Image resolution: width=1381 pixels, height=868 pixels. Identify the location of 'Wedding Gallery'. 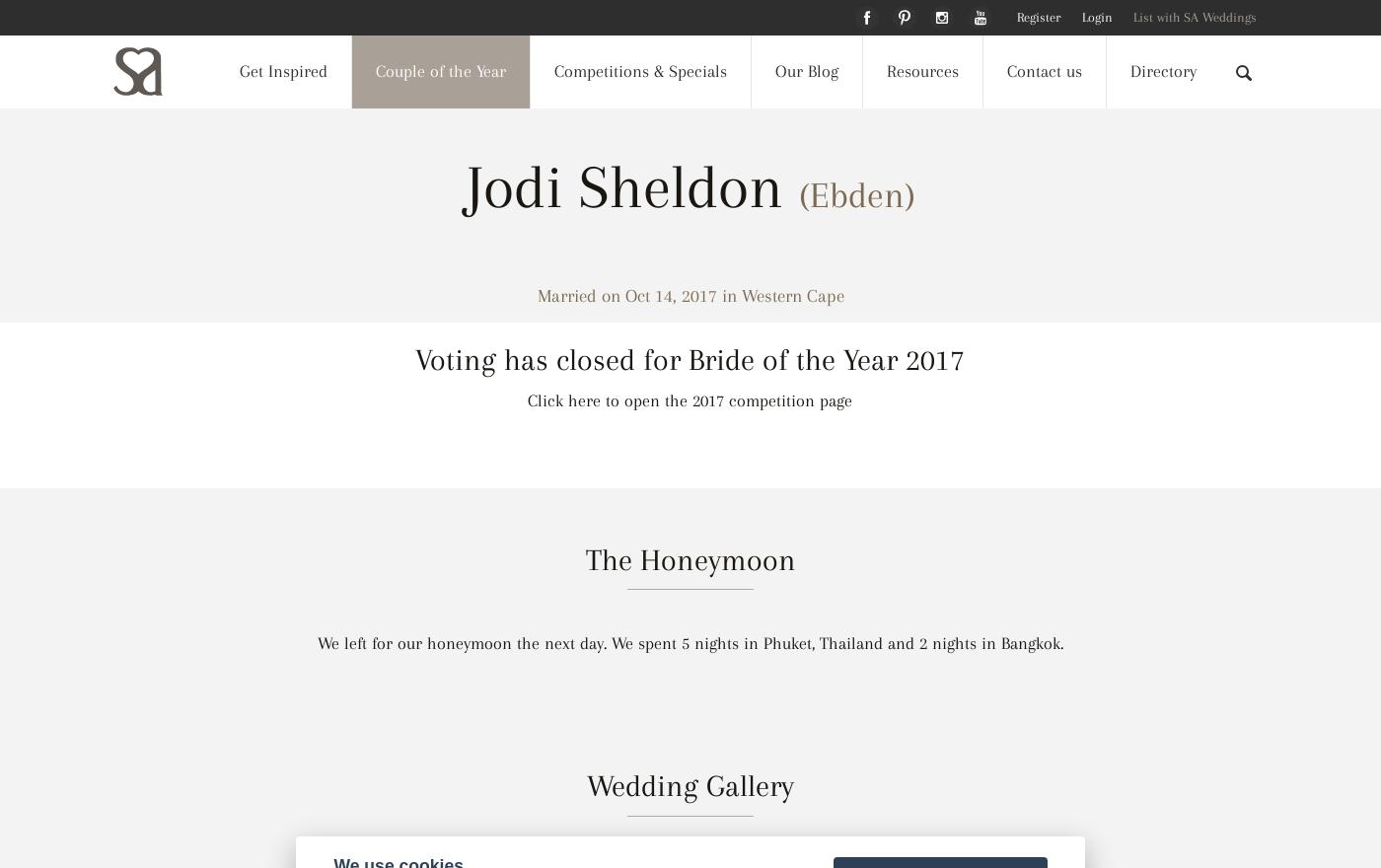
(690, 785).